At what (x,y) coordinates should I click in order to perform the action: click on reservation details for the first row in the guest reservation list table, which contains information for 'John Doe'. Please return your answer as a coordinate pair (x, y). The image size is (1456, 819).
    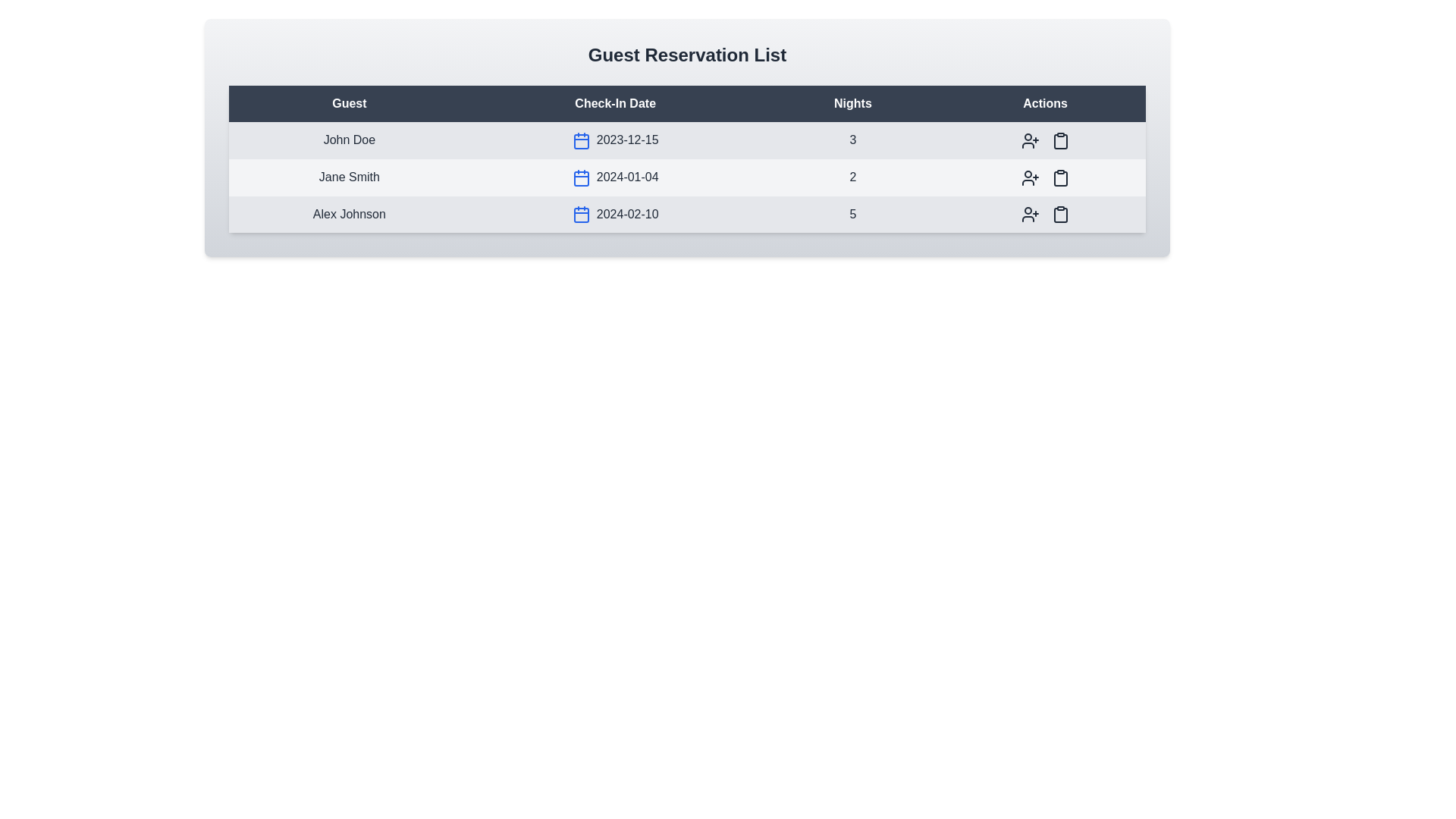
    Looking at the image, I should click on (686, 140).